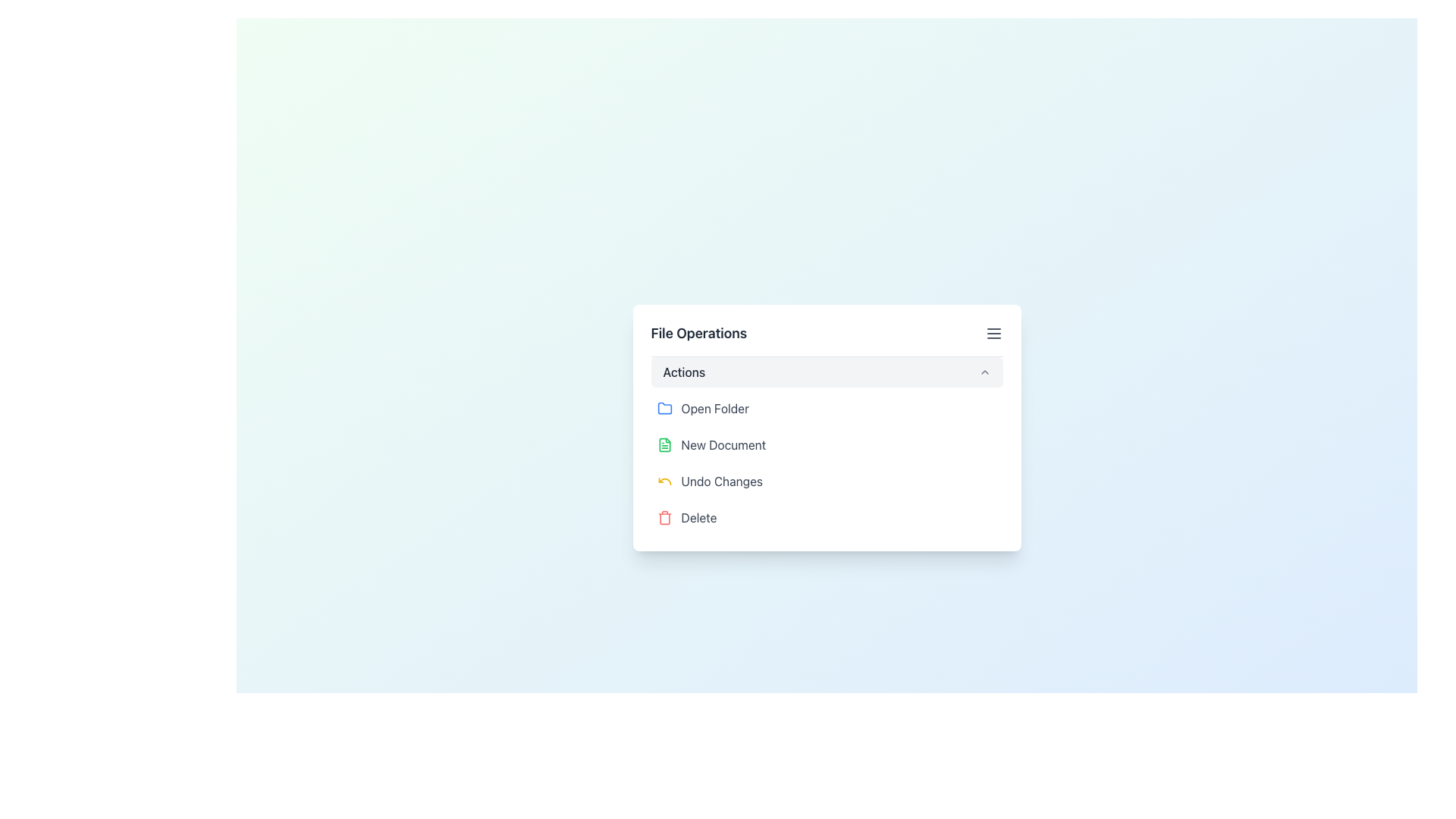 The image size is (1456, 819). I want to click on the label that represents the action to create or open a new document, which is the second item in the list of options within the 'File Operations' dialog box, so click(723, 444).